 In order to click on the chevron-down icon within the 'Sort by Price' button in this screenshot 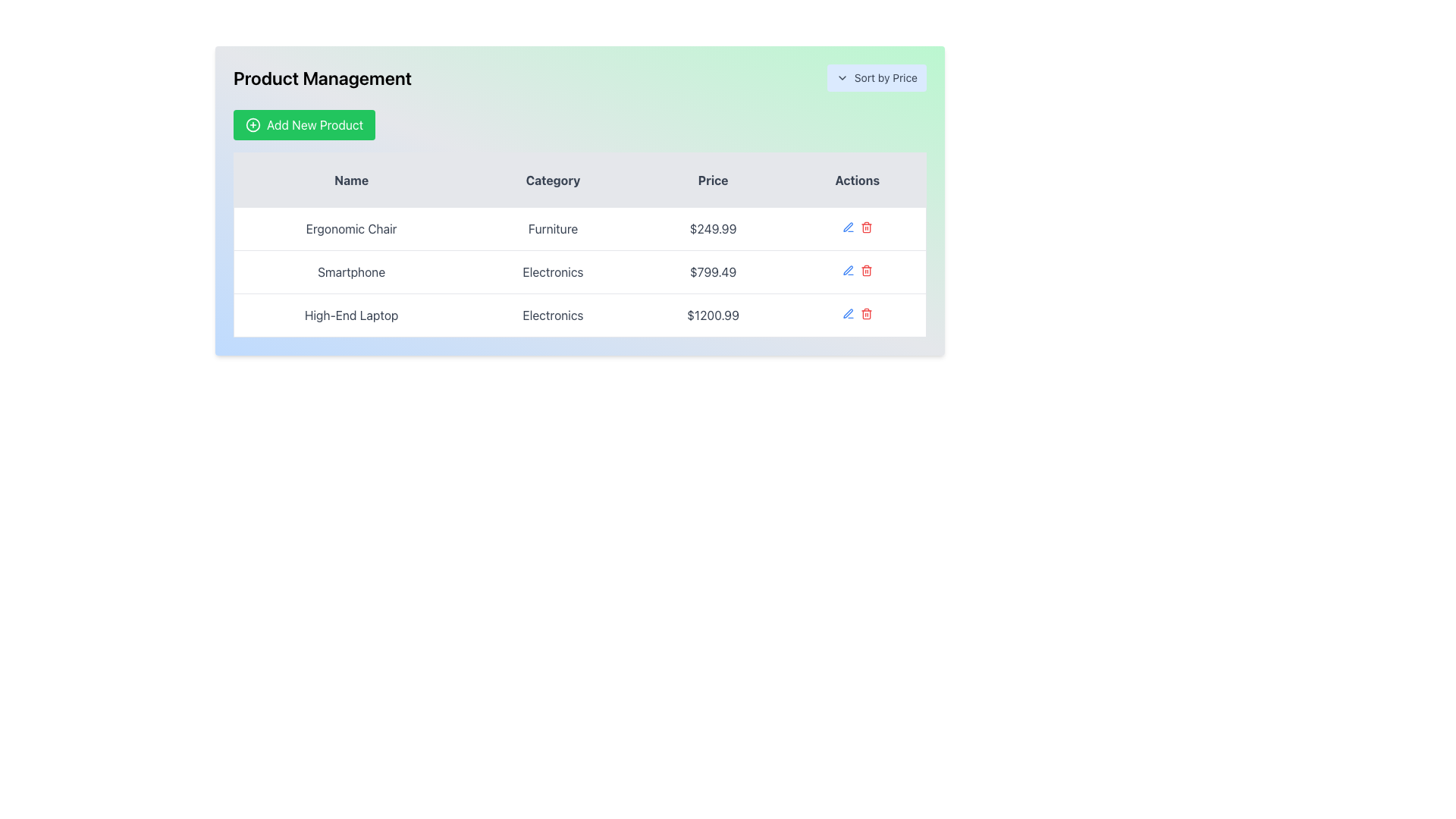, I will do `click(841, 78)`.